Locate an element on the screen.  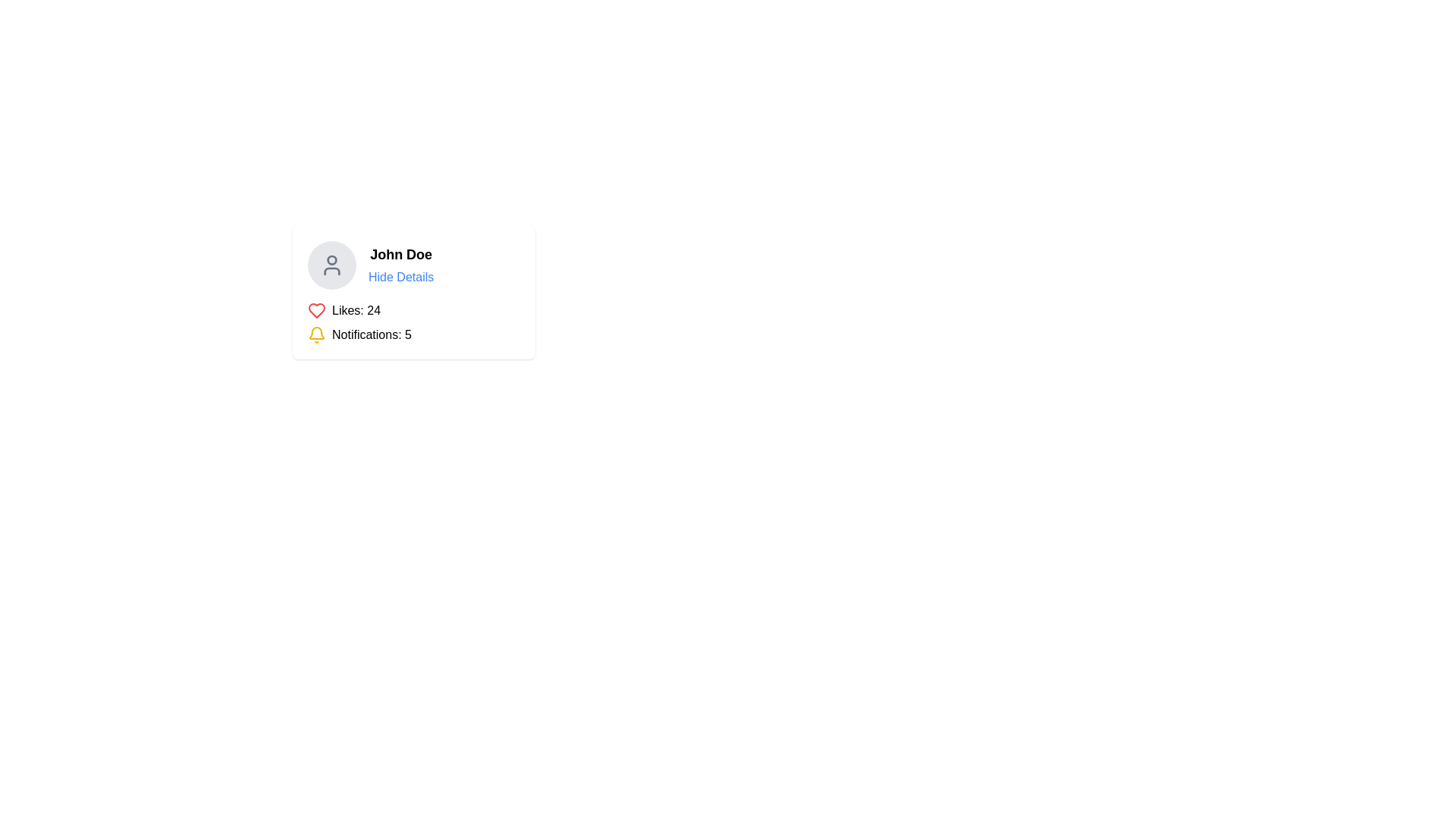
the yellow bell icon outline located at the bottom part of the card grid layout adjacent to the 'Notifications: 5' text label is located at coordinates (315, 332).